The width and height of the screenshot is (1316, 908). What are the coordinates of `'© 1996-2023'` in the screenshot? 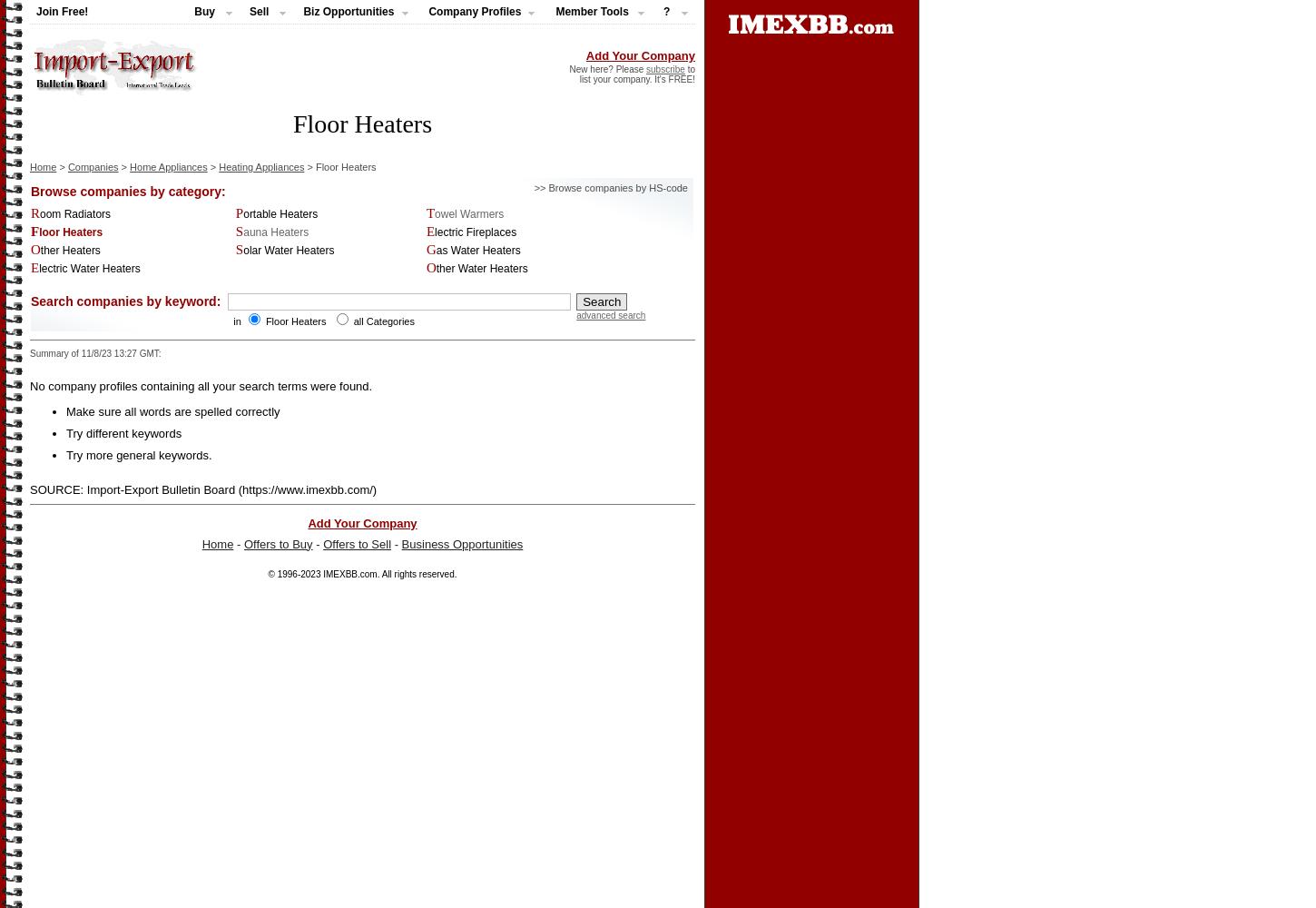 It's located at (295, 573).